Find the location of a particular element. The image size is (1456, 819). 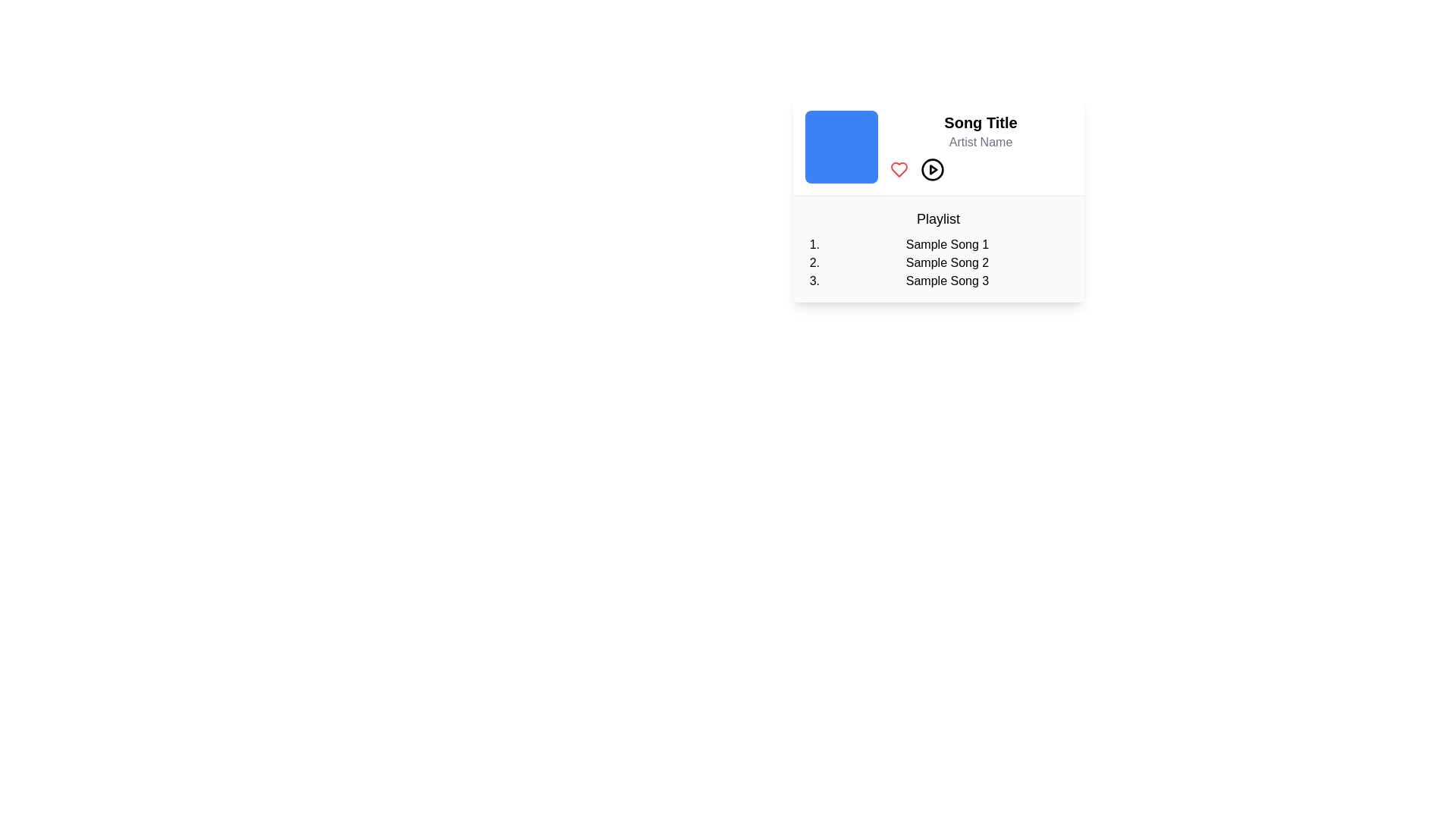

the play button located as the second icon in the row of interactive icons under the 'Song Title' and 'Artist Name' labels is located at coordinates (931, 169).